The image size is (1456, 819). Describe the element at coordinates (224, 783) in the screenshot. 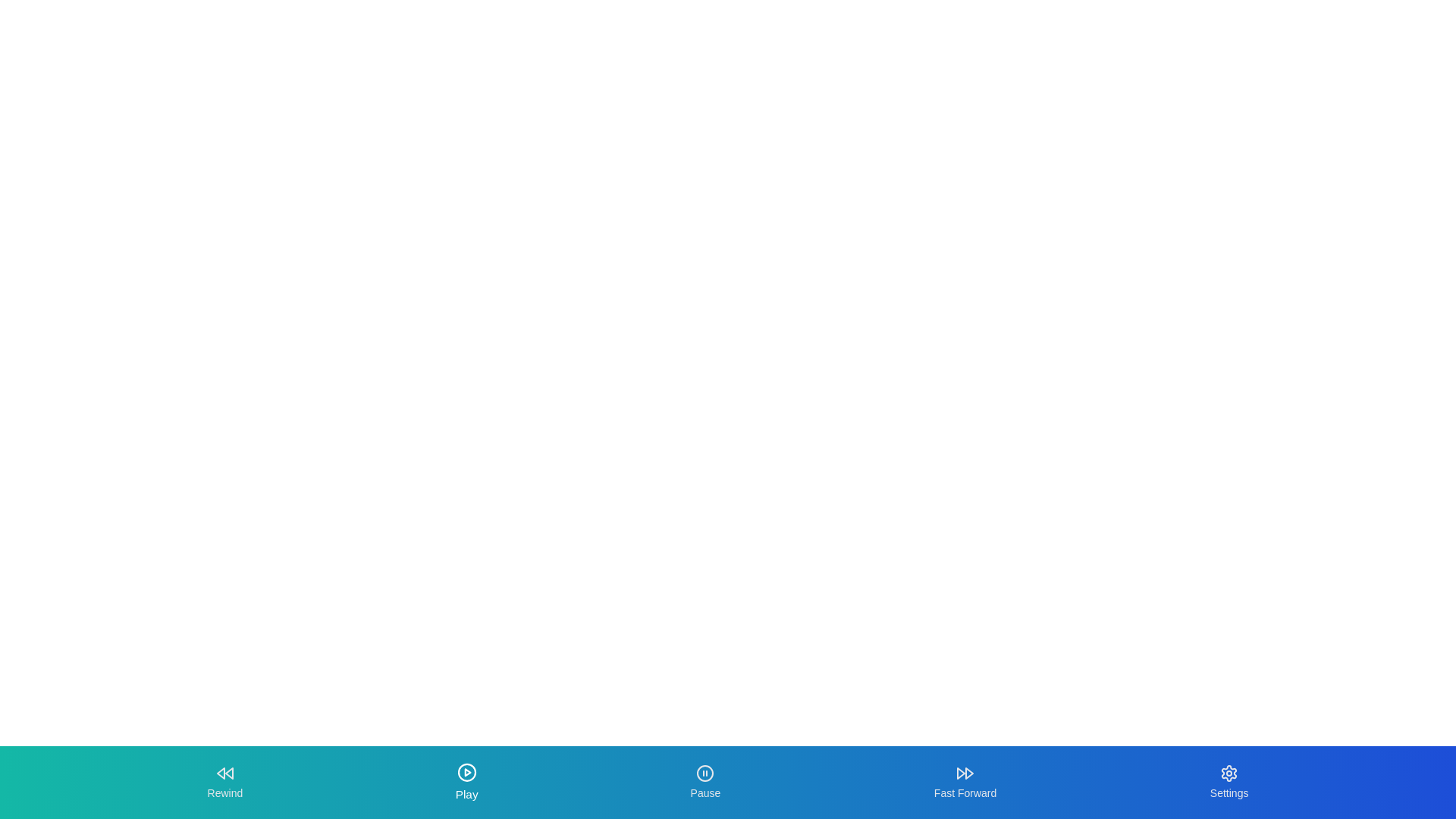

I see `the Rewind tab by clicking its button` at that location.